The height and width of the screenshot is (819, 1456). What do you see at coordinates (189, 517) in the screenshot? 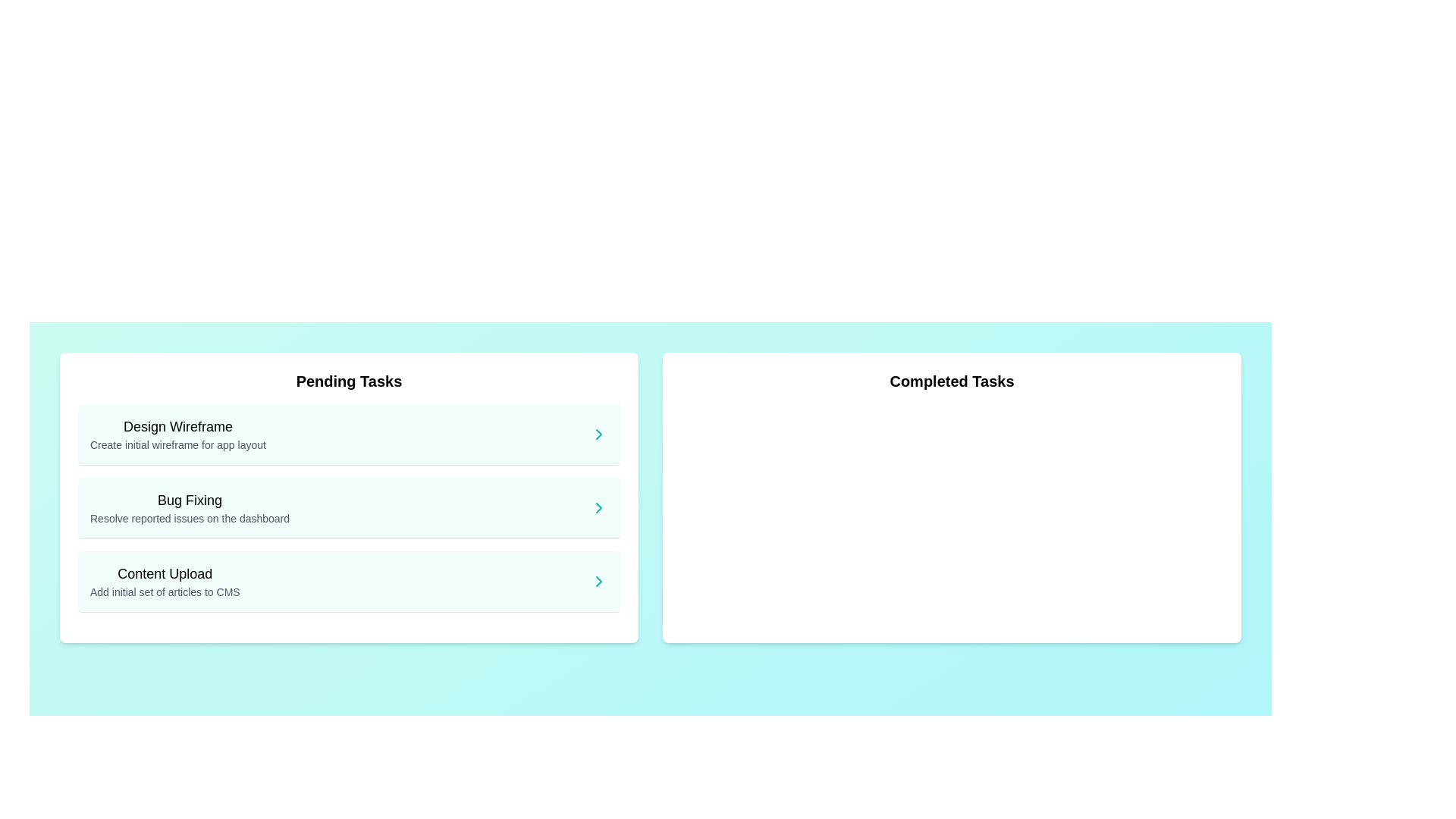
I see `the text label that reads 'Resolve reported issues on the dashboard.' located beneath the 'Bug Fixing' title in the 'Pending Tasks' panel` at bounding box center [189, 517].